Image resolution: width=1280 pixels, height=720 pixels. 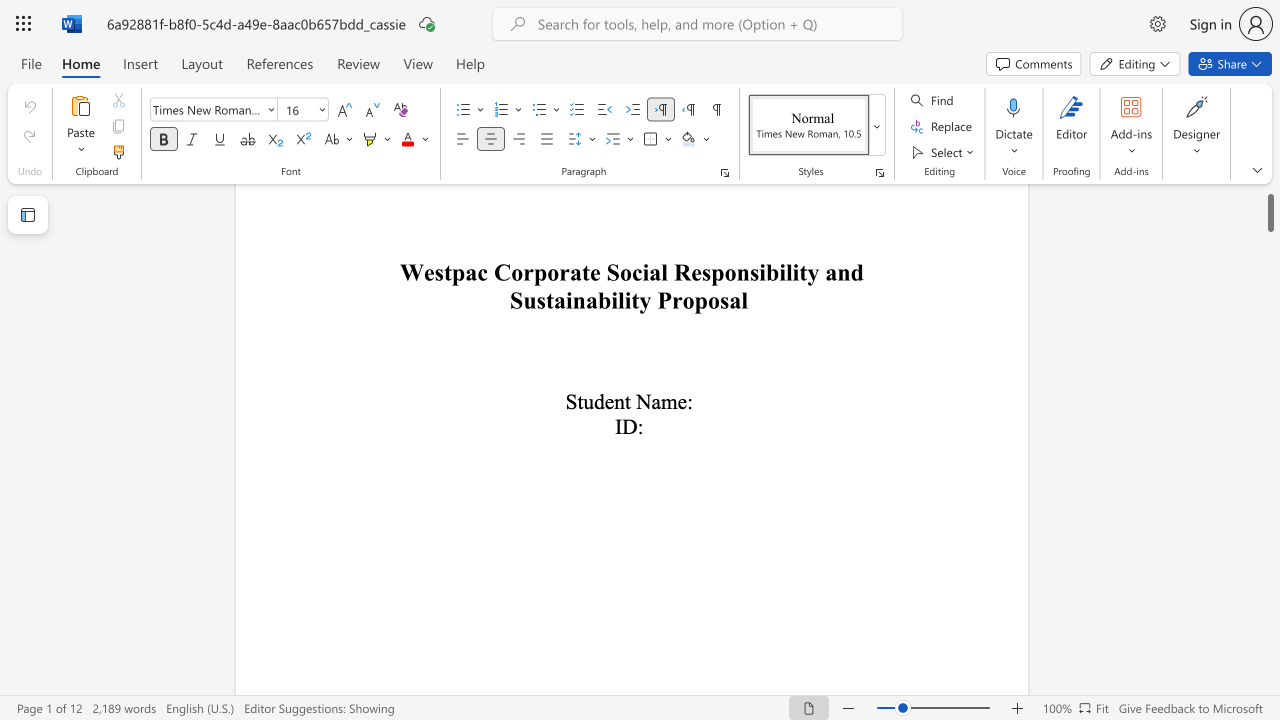 I want to click on the subset text "rporate Social Responsibility and Sustainability Prop" within the text "Westpac Corporate Social Responsibility and Sustainability Proposal", so click(x=523, y=272).